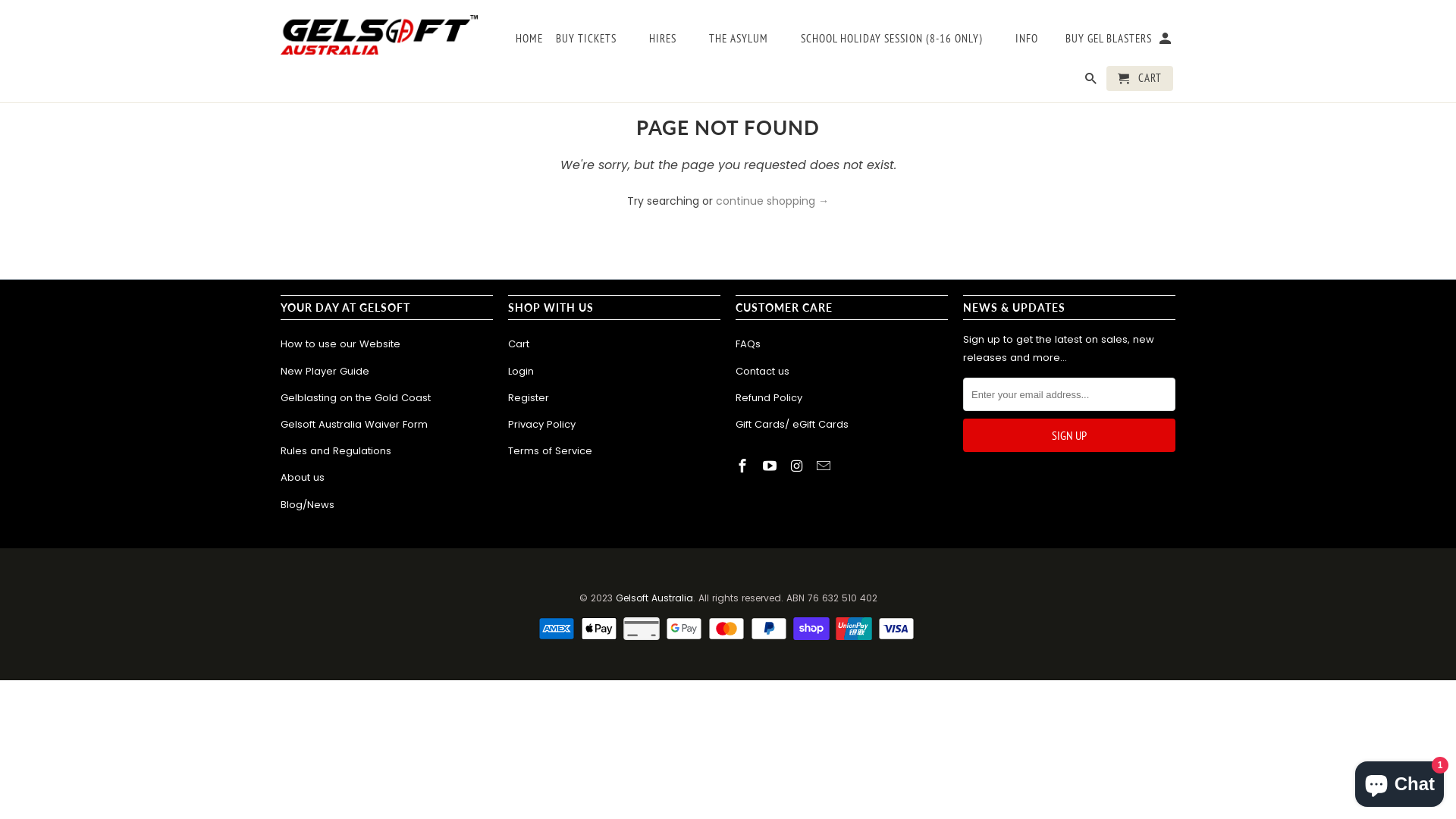  What do you see at coordinates (1139, 78) in the screenshot?
I see `'CART'` at bounding box center [1139, 78].